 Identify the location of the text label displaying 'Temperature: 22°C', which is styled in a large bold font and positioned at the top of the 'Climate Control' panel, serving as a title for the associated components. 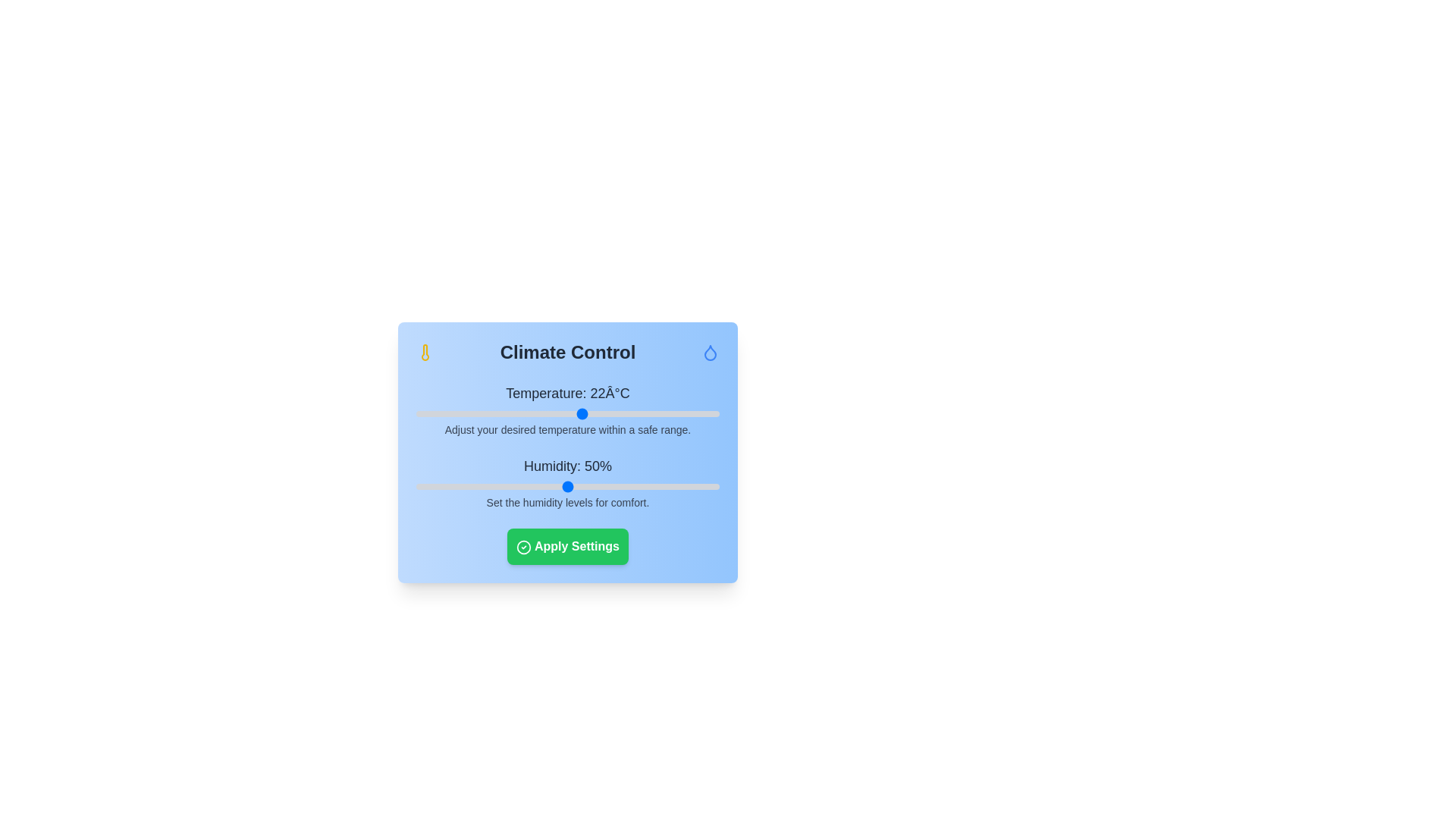
(566, 393).